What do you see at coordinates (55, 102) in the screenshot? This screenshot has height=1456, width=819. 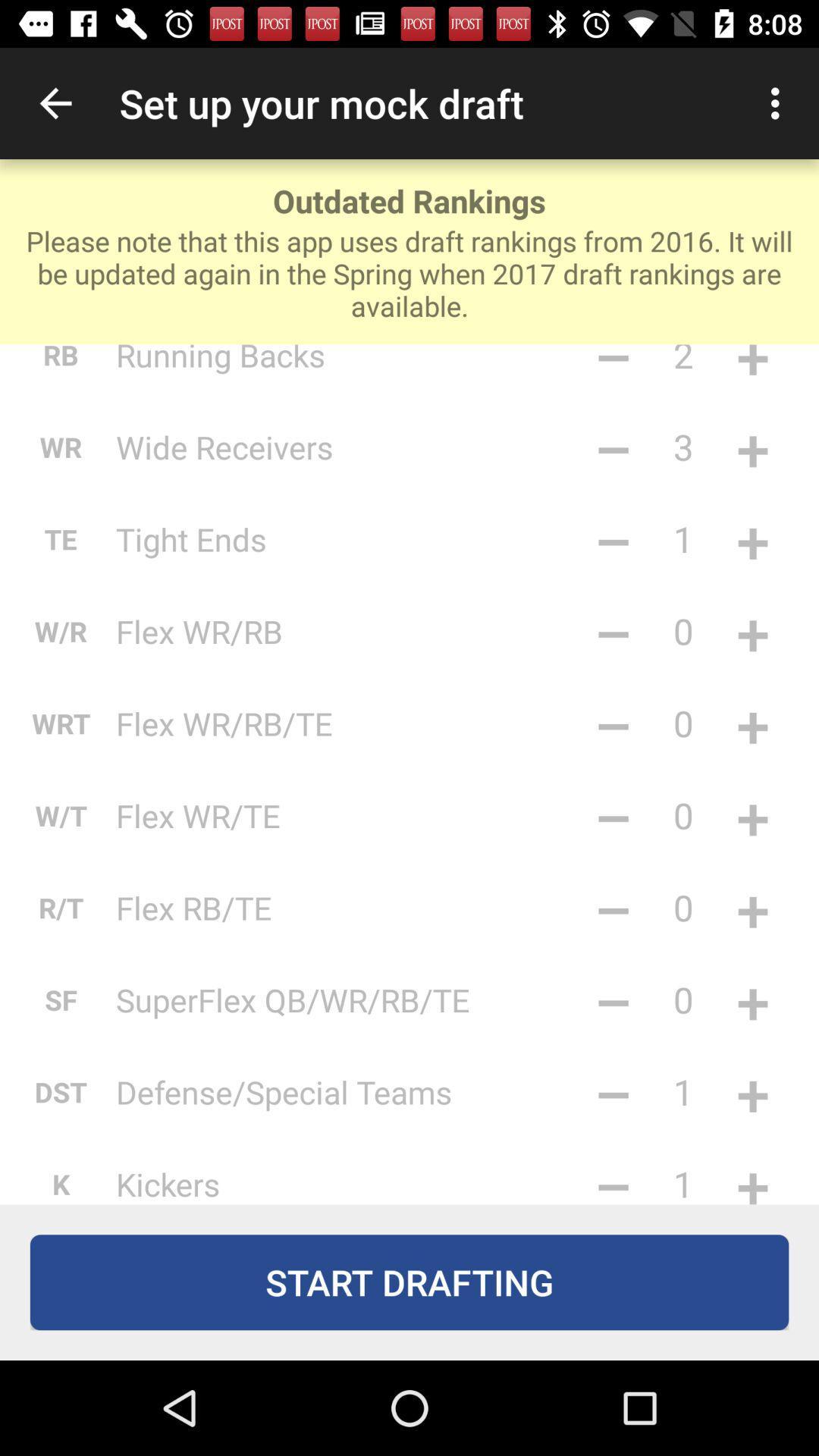 I see `item to the left of set up your app` at bounding box center [55, 102].